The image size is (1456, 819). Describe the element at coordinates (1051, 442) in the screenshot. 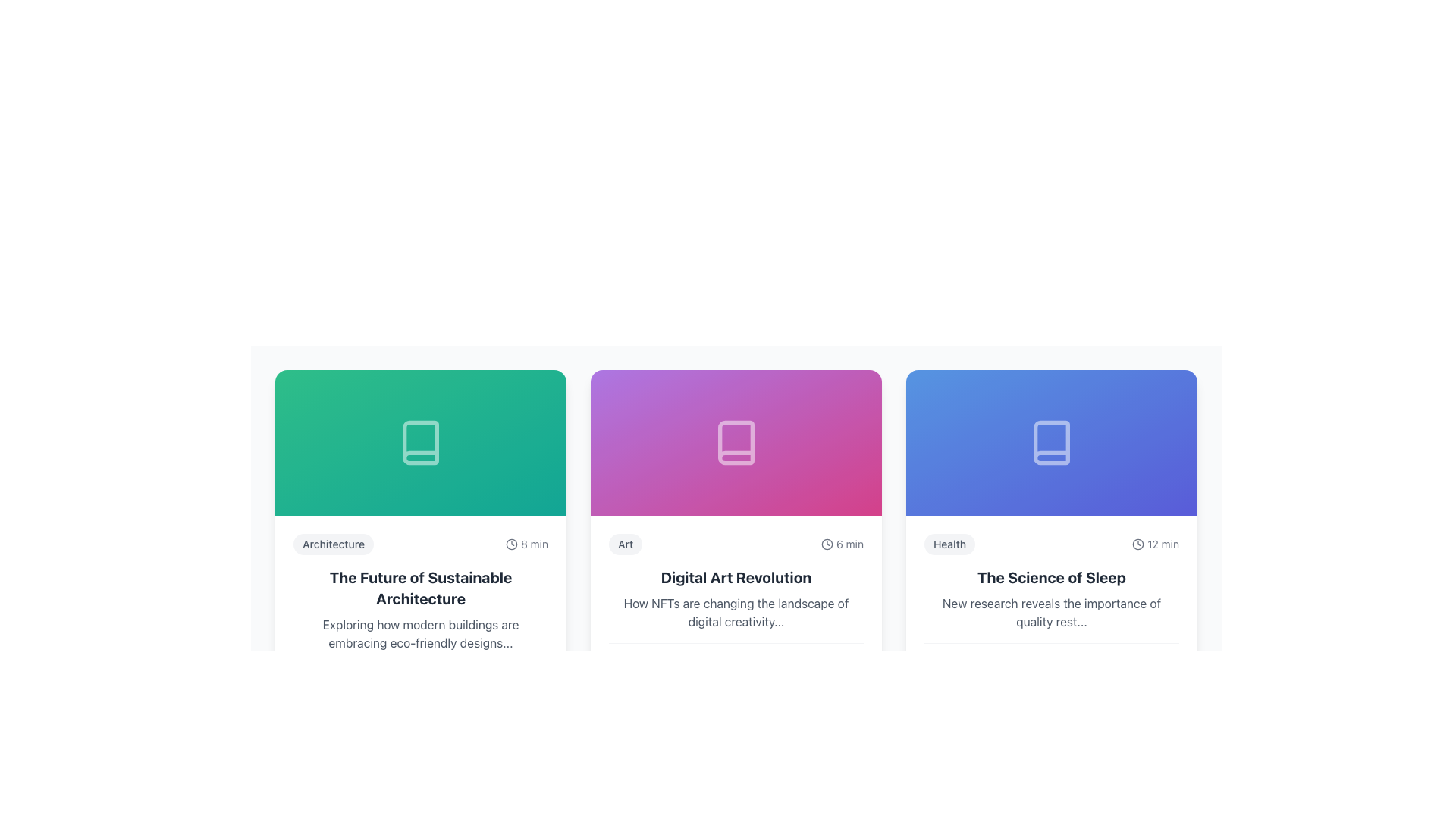

I see `the decorative book icon located at the top-center of the third card in a triplet, which has a blue-gradient background and is related to health and sleep science` at that location.